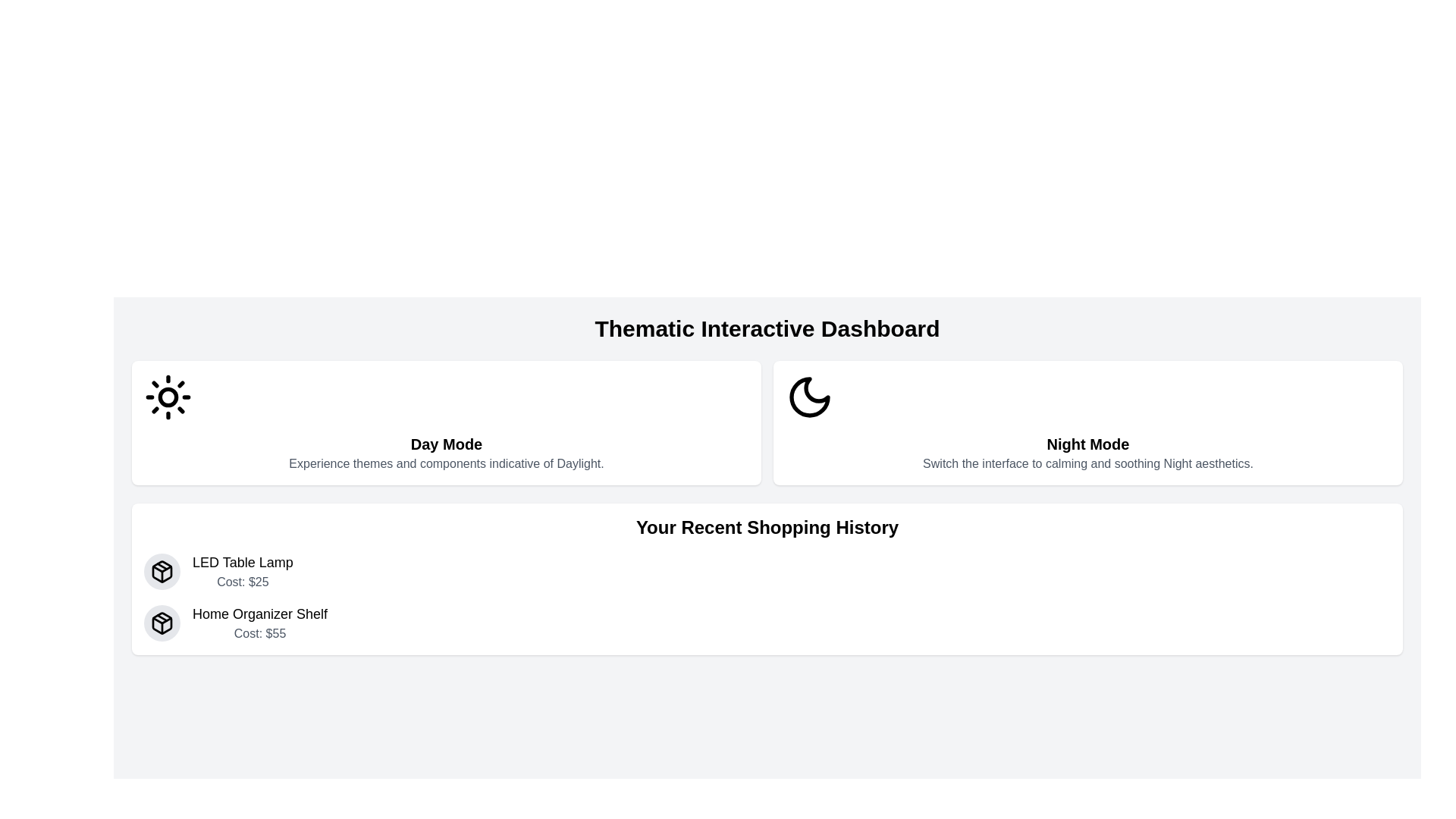  Describe the element at coordinates (809, 397) in the screenshot. I see `the crescent moon icon, which represents the 'Night Mode' feature` at that location.